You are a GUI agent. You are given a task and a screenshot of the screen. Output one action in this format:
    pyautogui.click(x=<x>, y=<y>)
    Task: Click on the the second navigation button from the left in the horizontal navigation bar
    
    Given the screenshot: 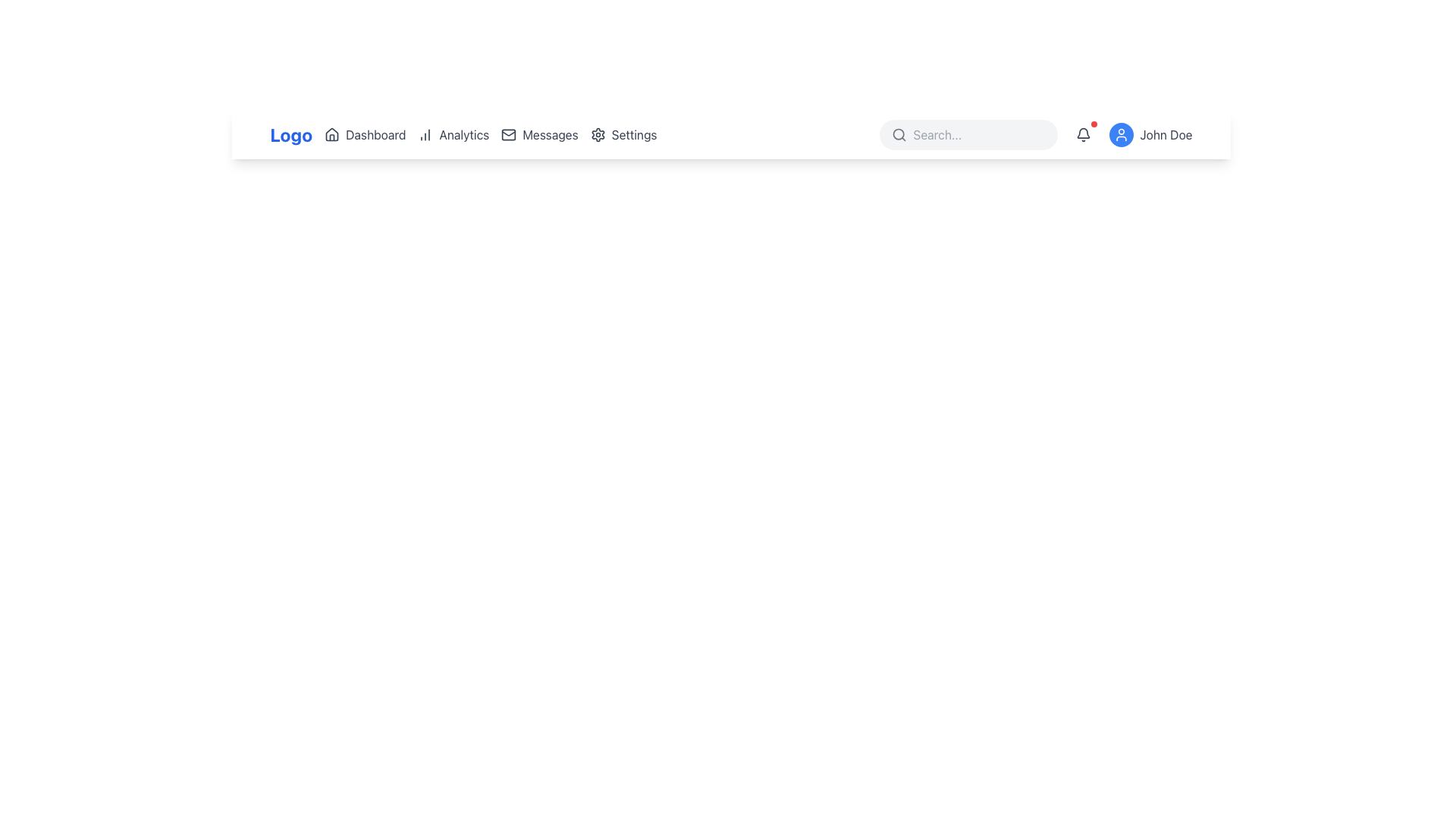 What is the action you would take?
    pyautogui.click(x=453, y=133)
    